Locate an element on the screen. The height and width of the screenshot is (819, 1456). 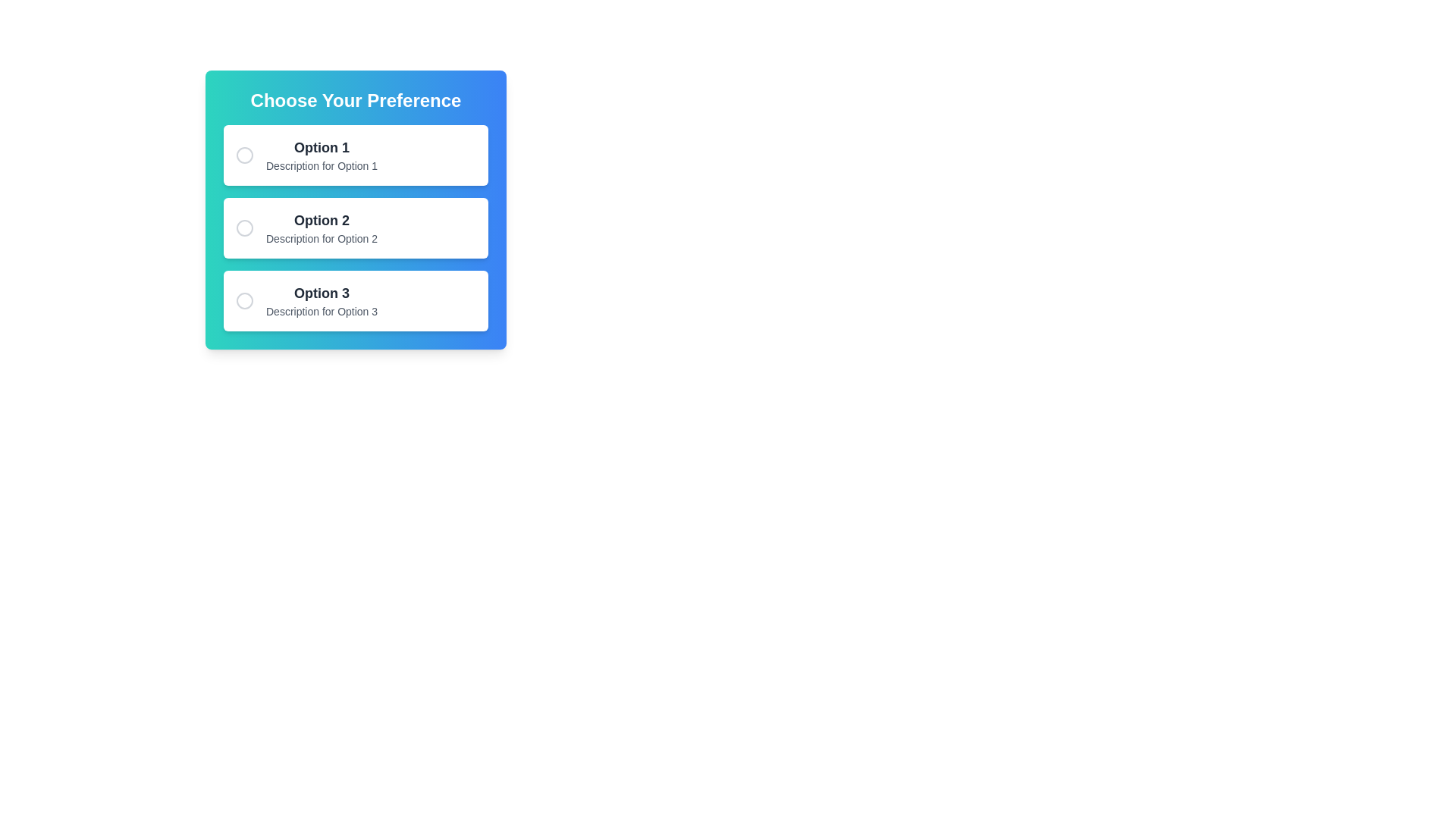
the radio button icon located to the left of the text 'Option 3' in the bottom section of the options list is located at coordinates (244, 301).